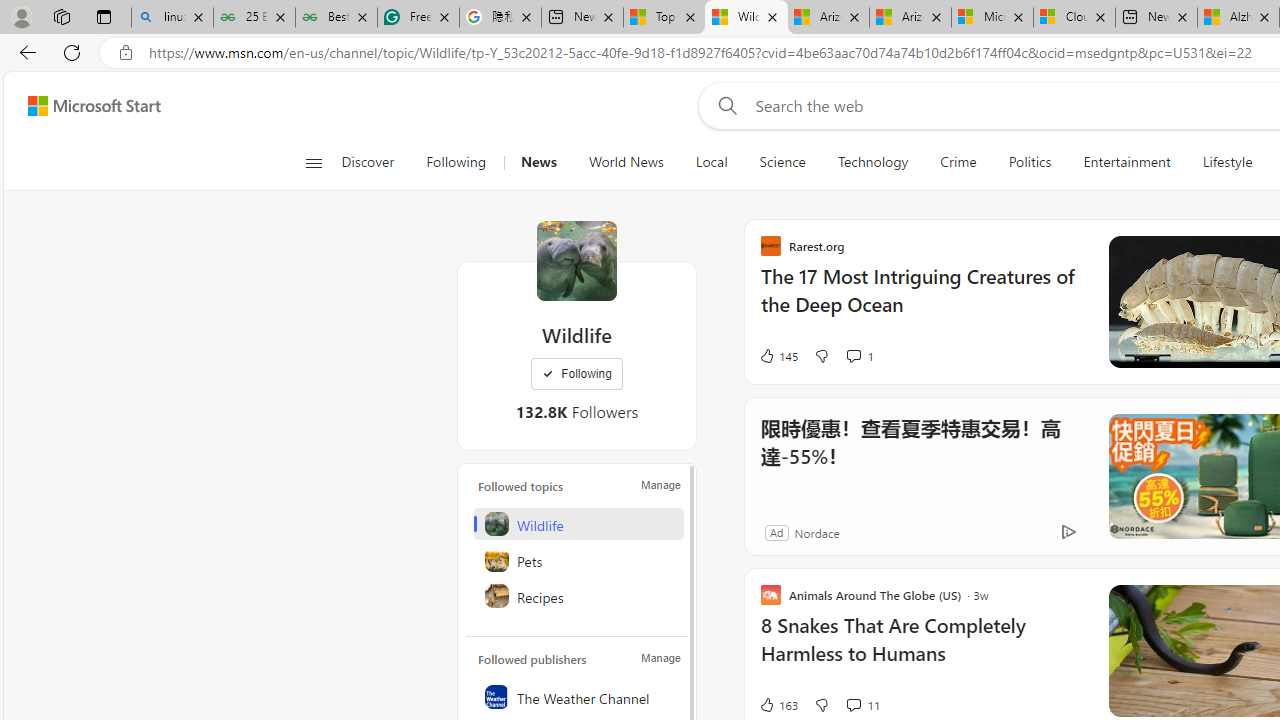  Describe the element at coordinates (417, 17) in the screenshot. I see `'Free AI Writing Assistance for Students | Grammarly'` at that location.